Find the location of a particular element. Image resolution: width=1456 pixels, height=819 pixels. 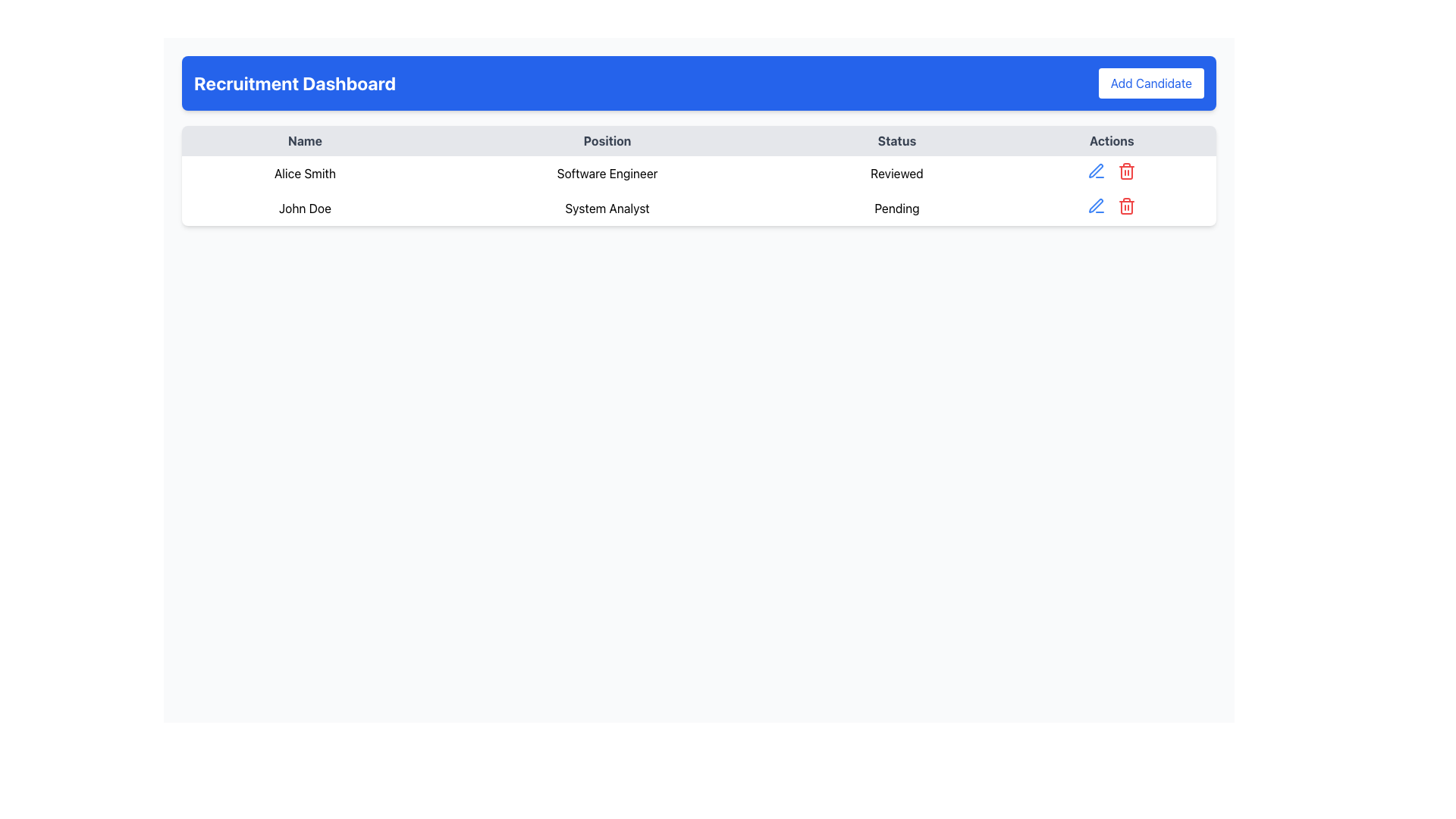

the red trash bin icon in the Actions column of the row labeled 'John Doe' is located at coordinates (1112, 208).